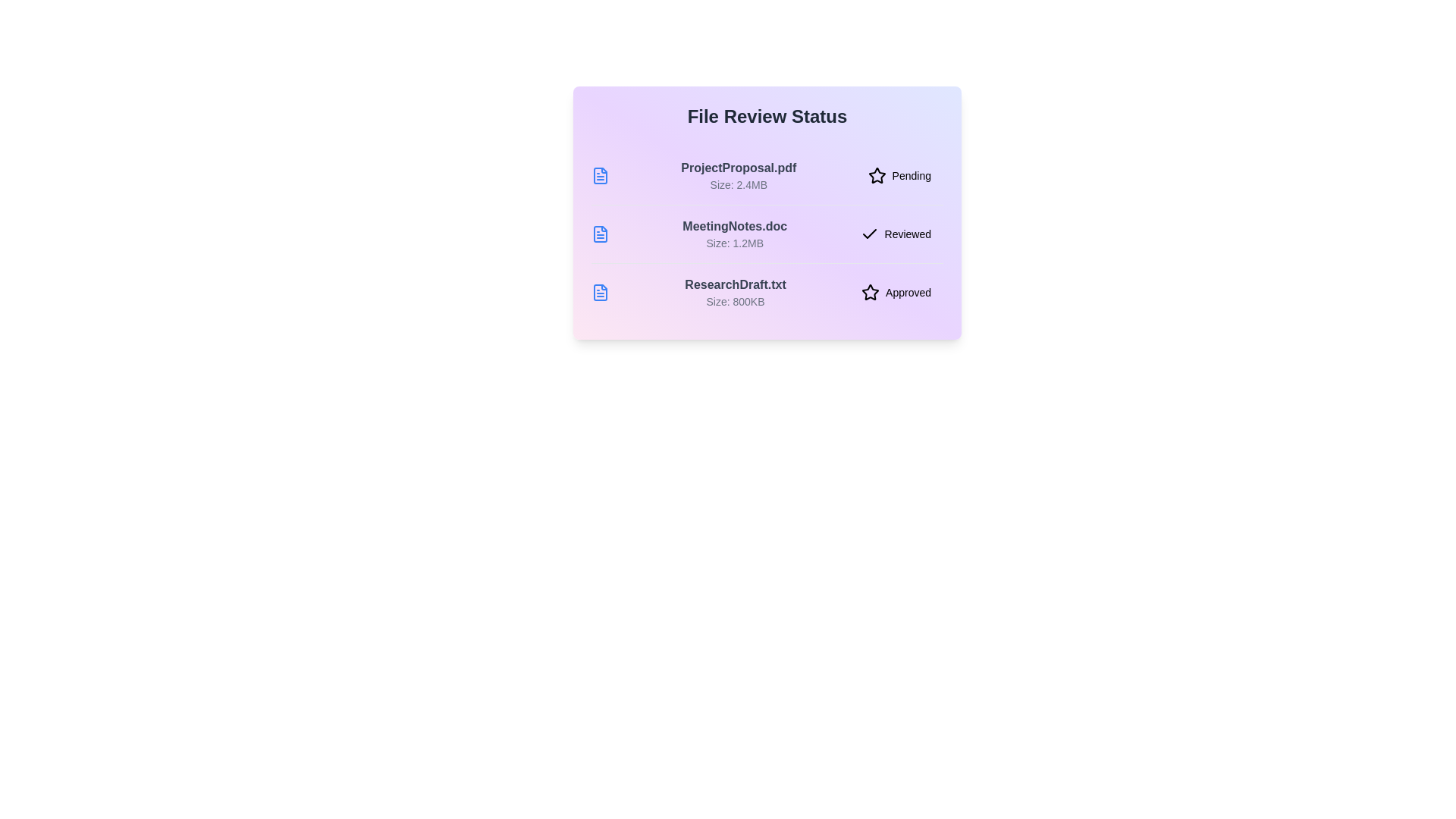 The width and height of the screenshot is (1456, 819). Describe the element at coordinates (896, 292) in the screenshot. I see `the status indicator of the file ResearchDraft.txt to view its status` at that location.